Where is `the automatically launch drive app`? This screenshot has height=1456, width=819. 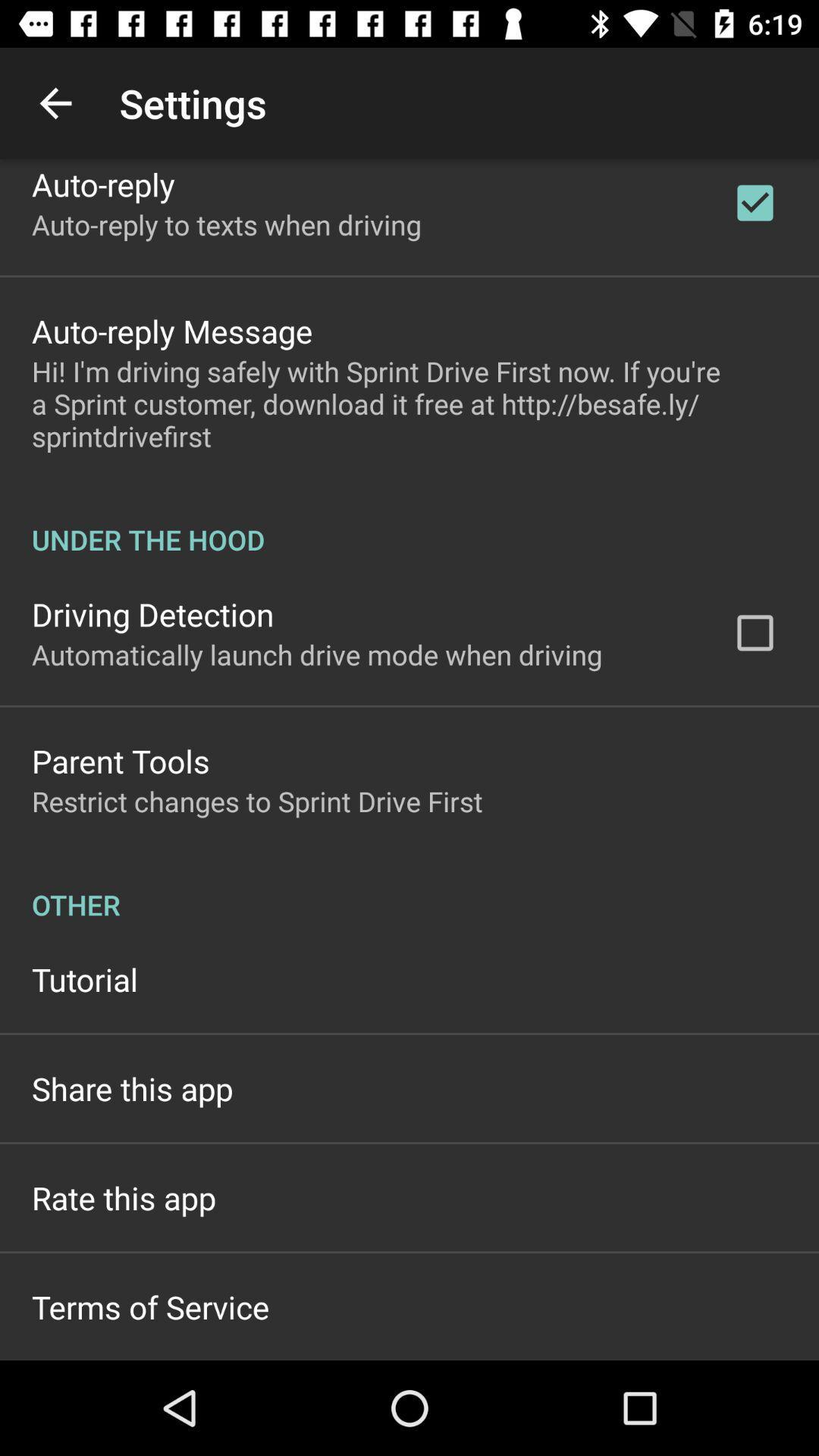 the automatically launch drive app is located at coordinates (316, 654).